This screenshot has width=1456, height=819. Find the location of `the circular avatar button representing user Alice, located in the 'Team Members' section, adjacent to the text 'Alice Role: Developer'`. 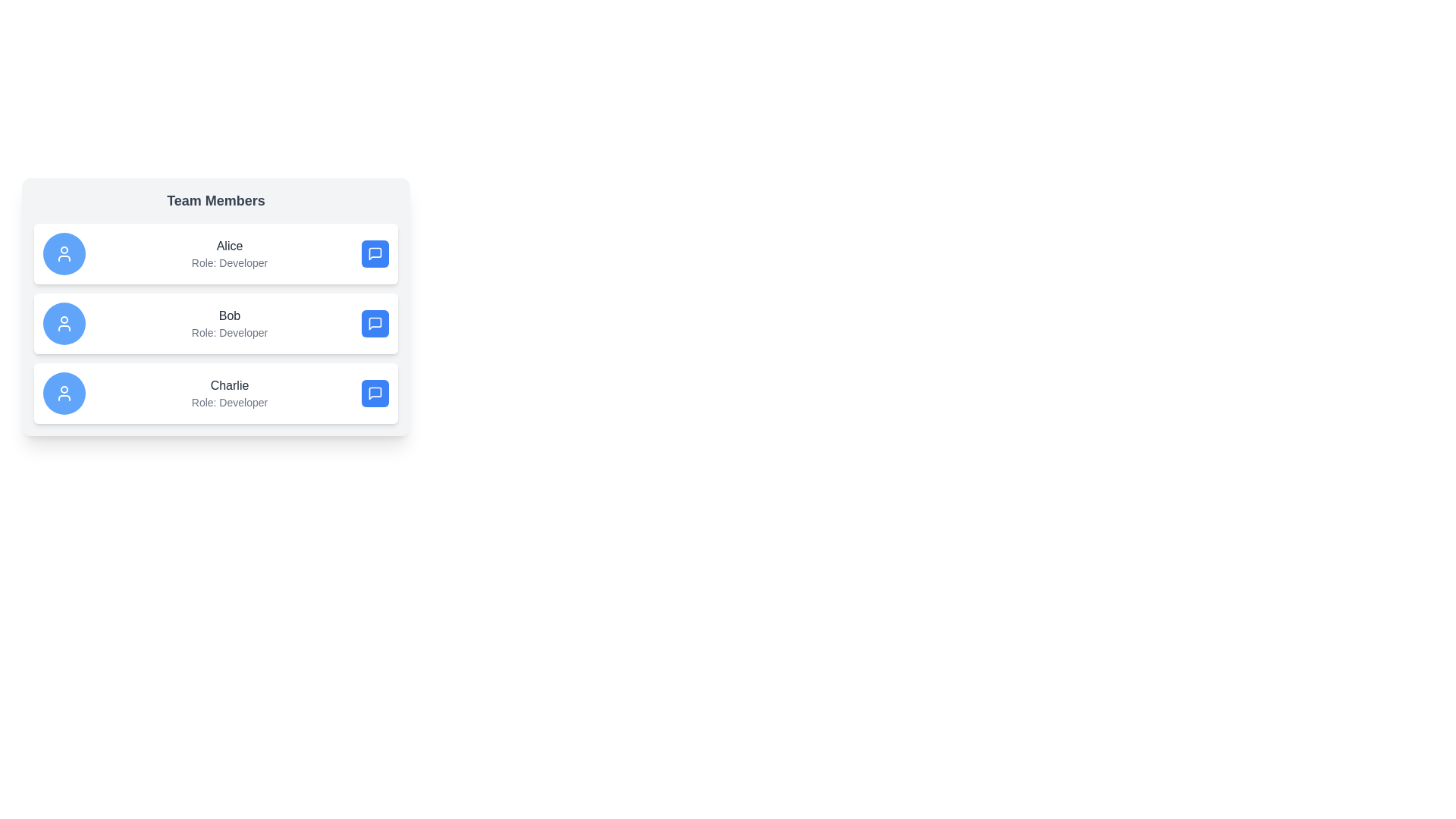

the circular avatar button representing user Alice, located in the 'Team Members' section, adjacent to the text 'Alice Role: Developer' is located at coordinates (64, 253).